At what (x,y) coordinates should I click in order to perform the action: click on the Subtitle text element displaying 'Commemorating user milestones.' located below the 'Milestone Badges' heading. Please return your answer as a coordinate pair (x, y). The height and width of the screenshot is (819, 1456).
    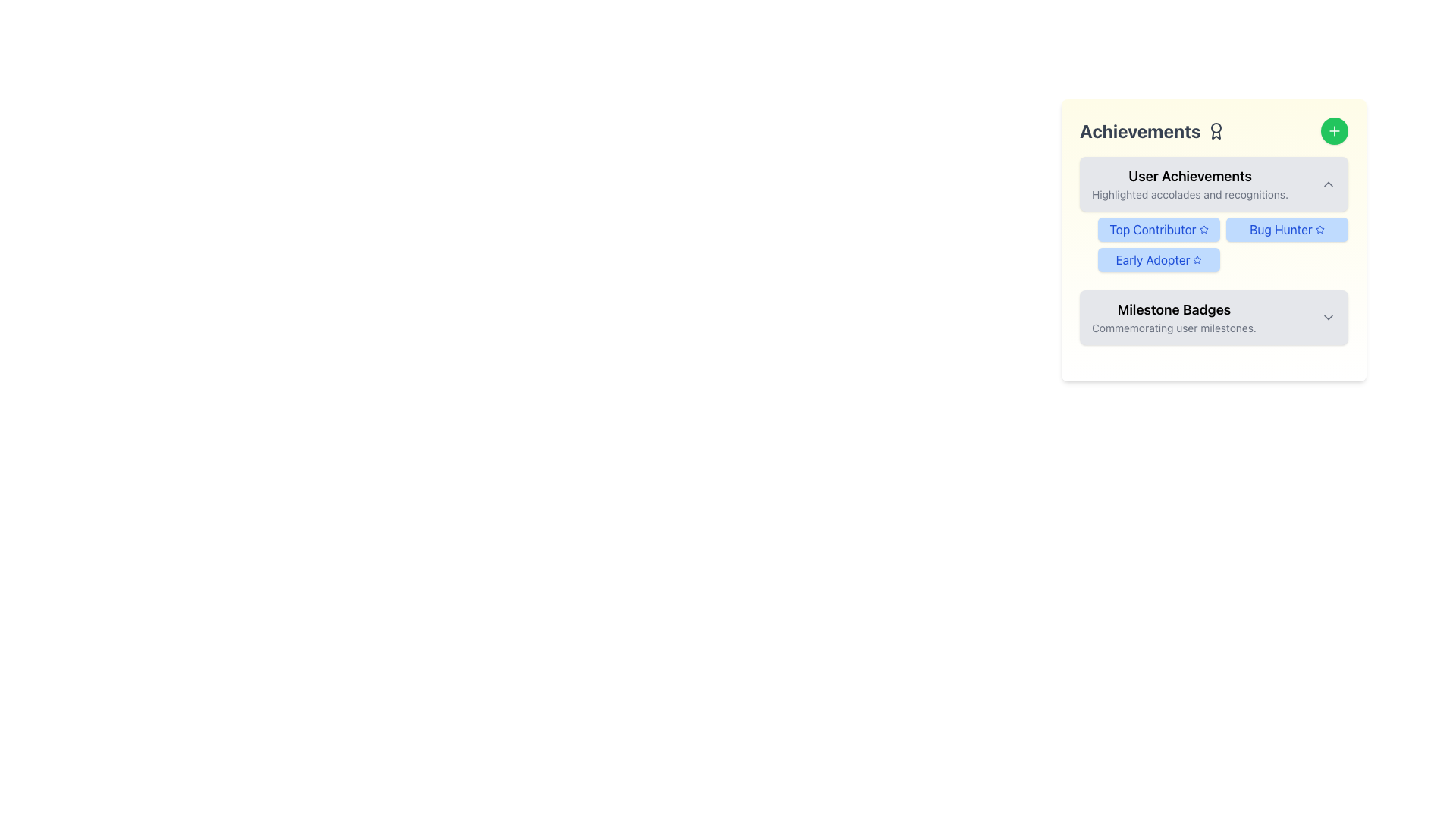
    Looking at the image, I should click on (1173, 327).